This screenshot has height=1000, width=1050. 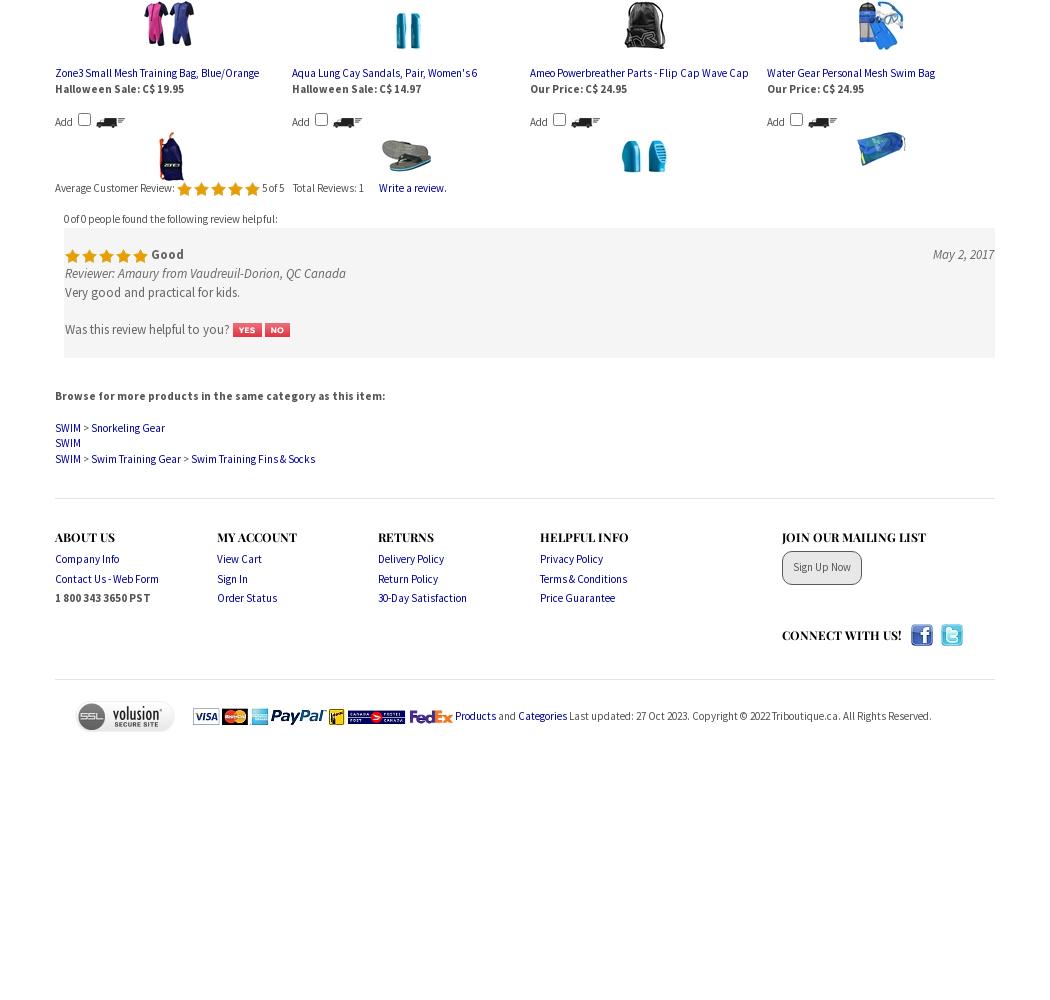 I want to click on '5', so click(x=261, y=187).